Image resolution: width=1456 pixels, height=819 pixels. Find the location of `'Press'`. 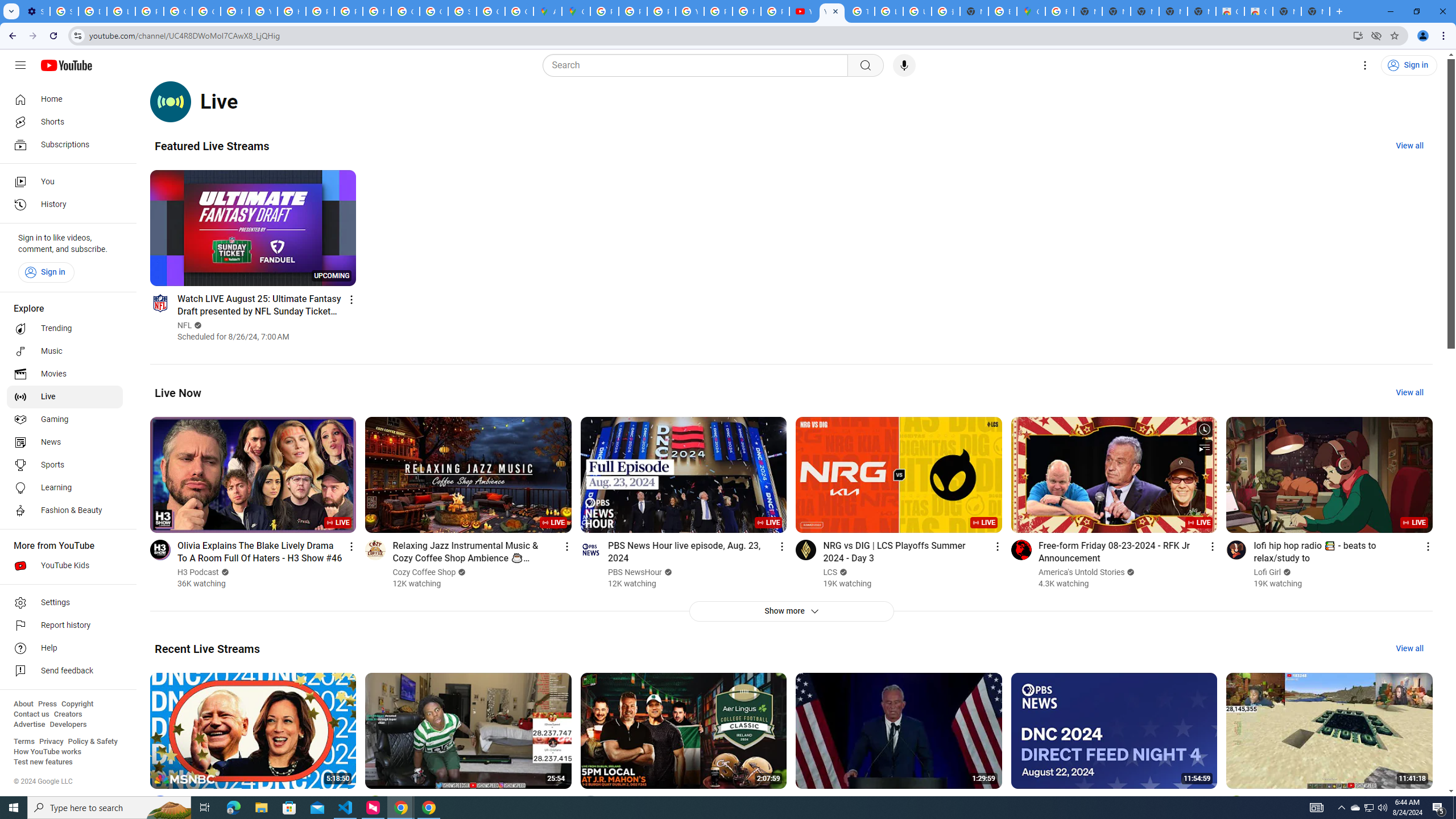

'Press' is located at coordinates (47, 704).